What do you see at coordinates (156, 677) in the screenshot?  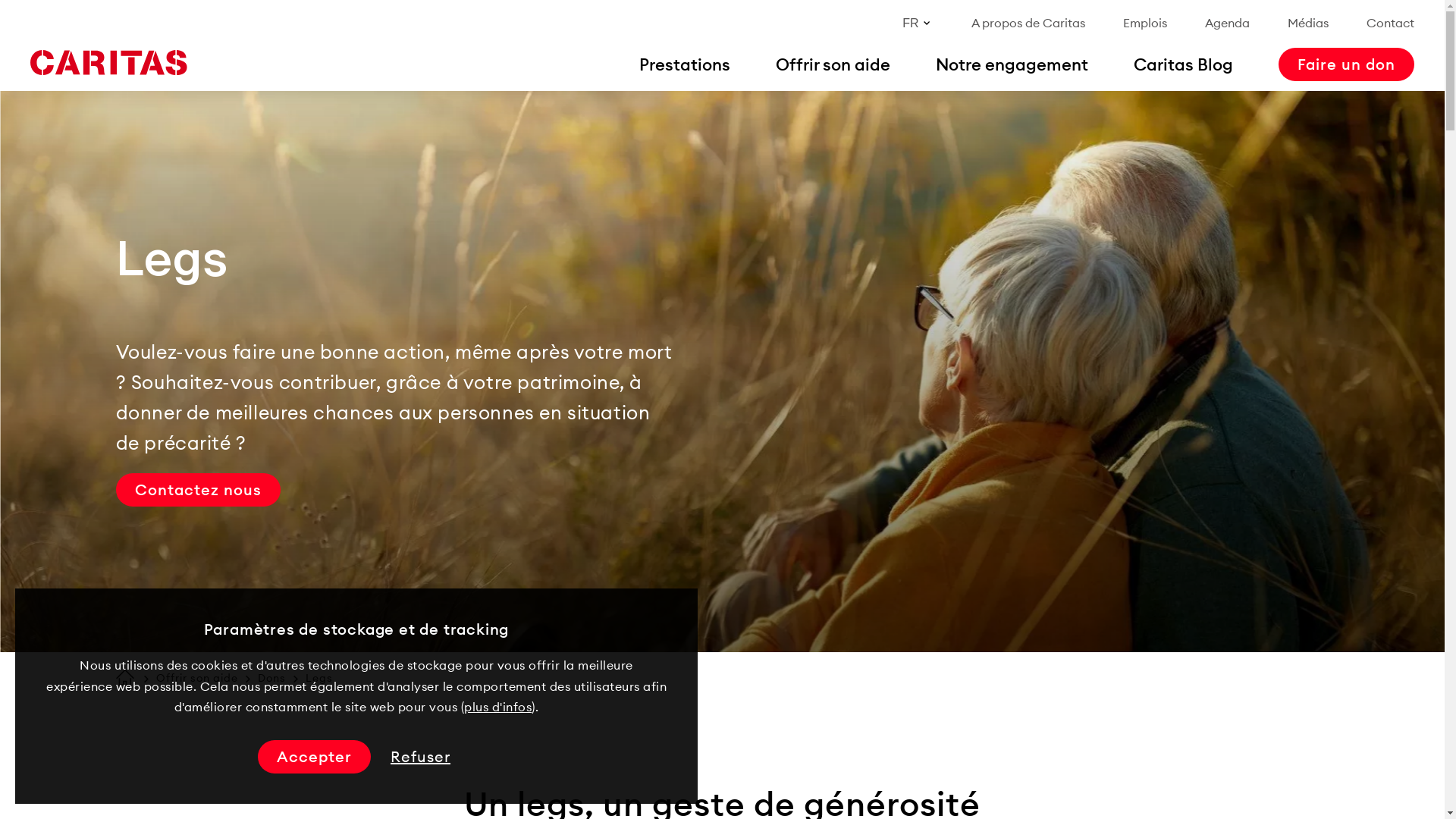 I see `'Offrir son aide'` at bounding box center [156, 677].